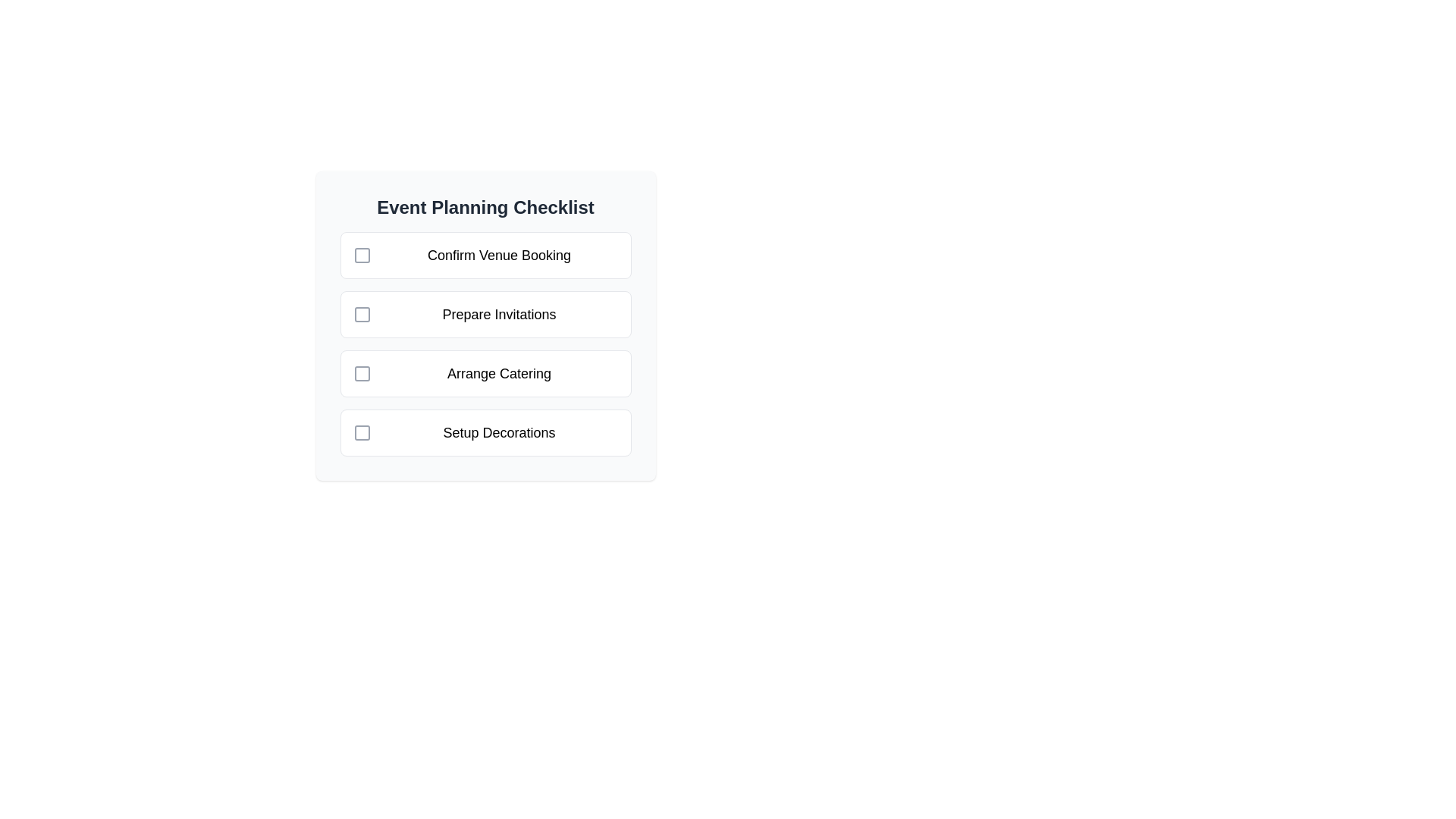 This screenshot has width=1456, height=819. I want to click on the checkbox located to the left of the text 'Confirm Venue Booking', so click(361, 254).